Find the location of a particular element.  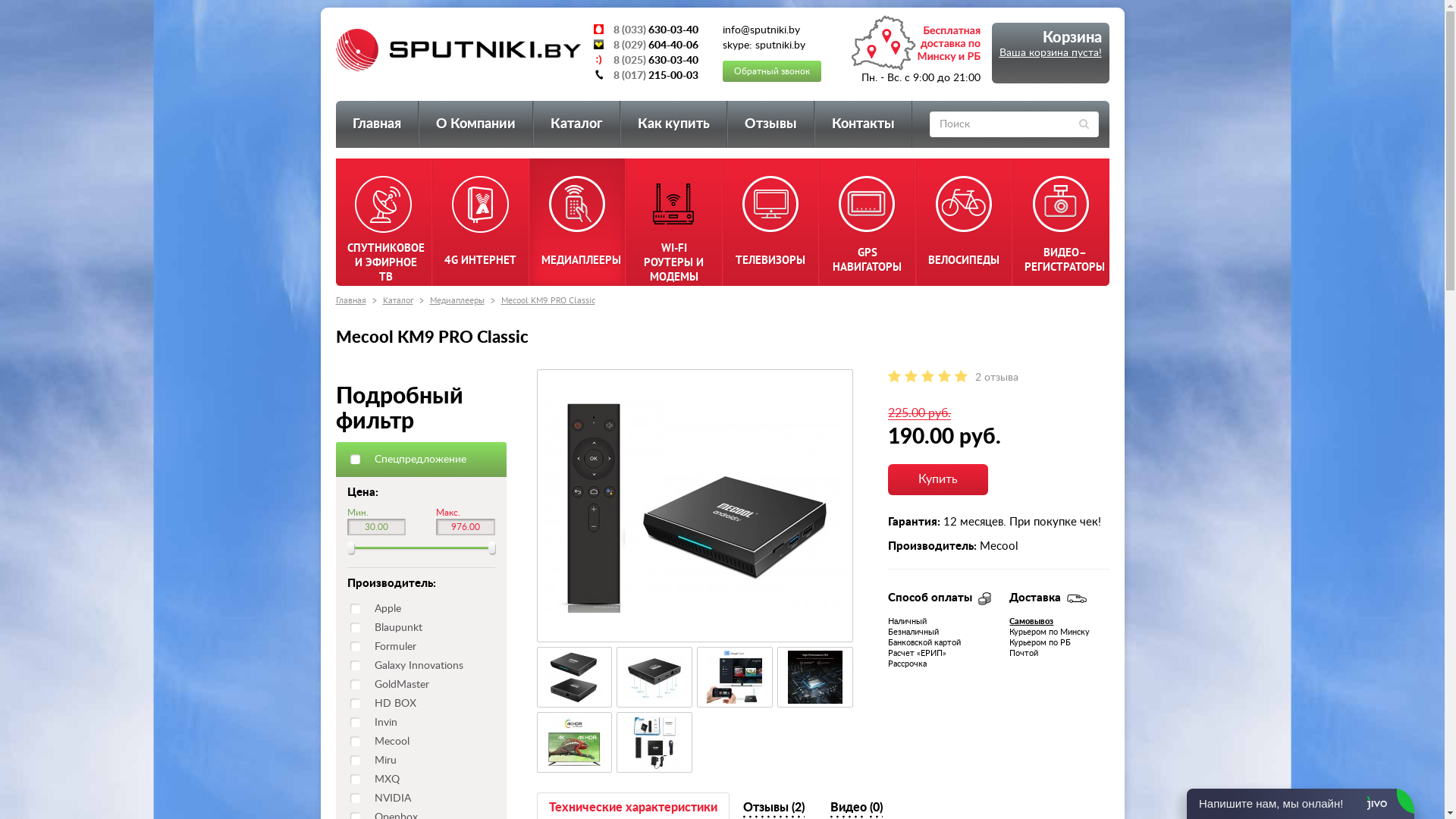

'Mecool KM9 PRO Classic' is located at coordinates (735, 676).